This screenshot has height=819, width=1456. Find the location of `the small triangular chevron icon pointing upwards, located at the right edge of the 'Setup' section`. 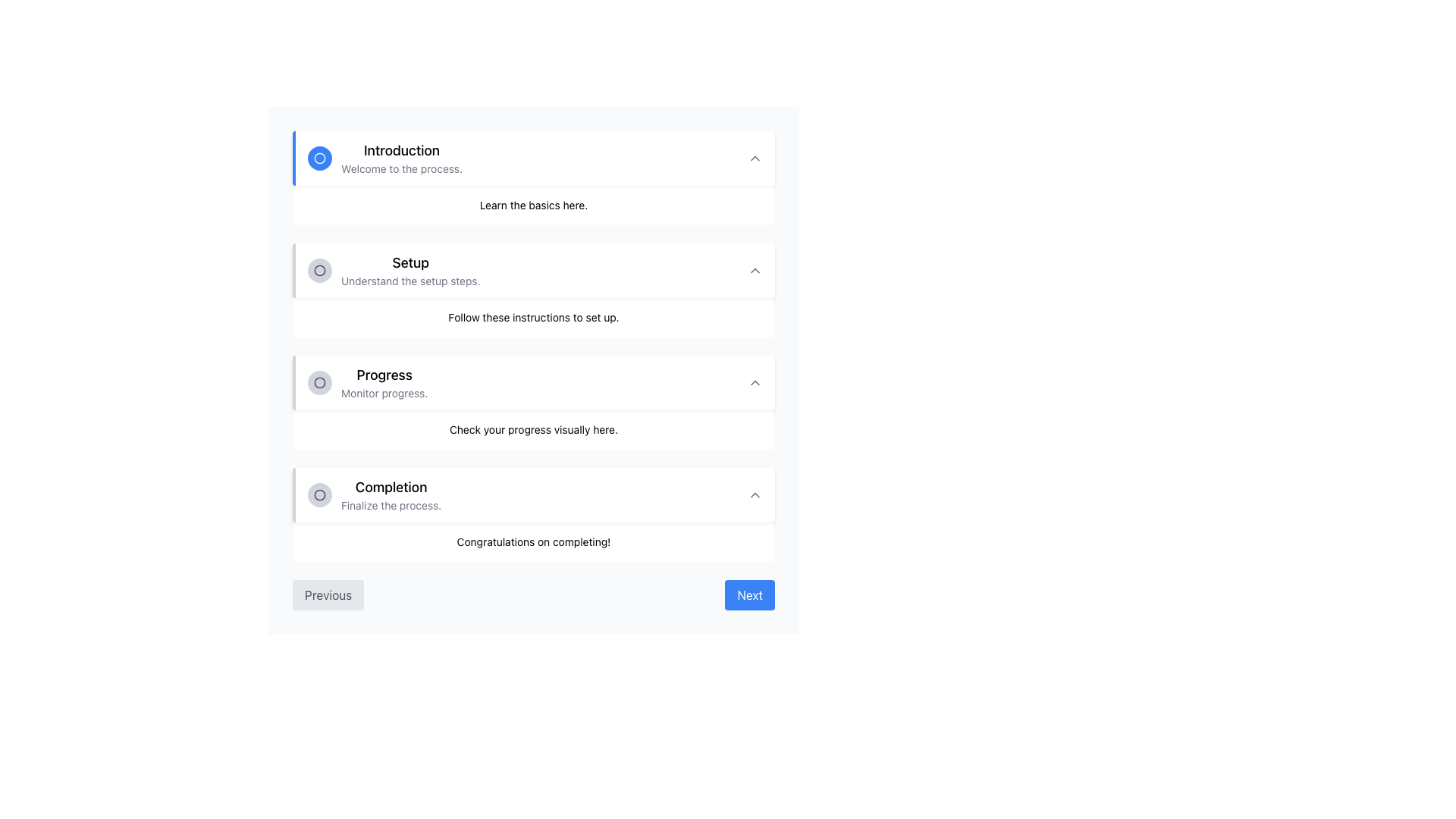

the small triangular chevron icon pointing upwards, located at the right edge of the 'Setup' section is located at coordinates (755, 270).